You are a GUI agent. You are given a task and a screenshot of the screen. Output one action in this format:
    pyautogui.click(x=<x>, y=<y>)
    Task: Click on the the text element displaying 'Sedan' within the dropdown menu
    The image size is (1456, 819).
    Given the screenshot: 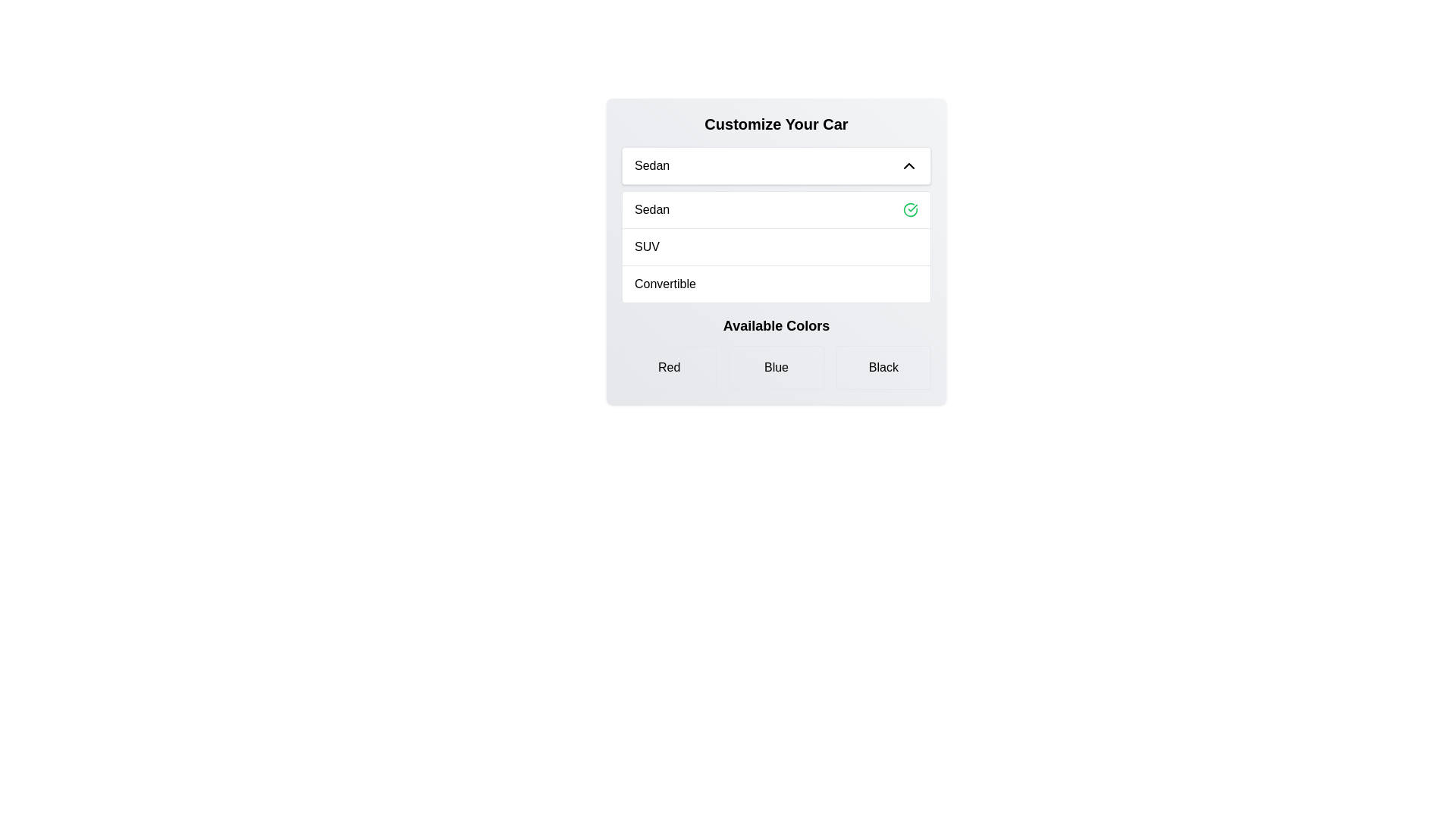 What is the action you would take?
    pyautogui.click(x=651, y=166)
    